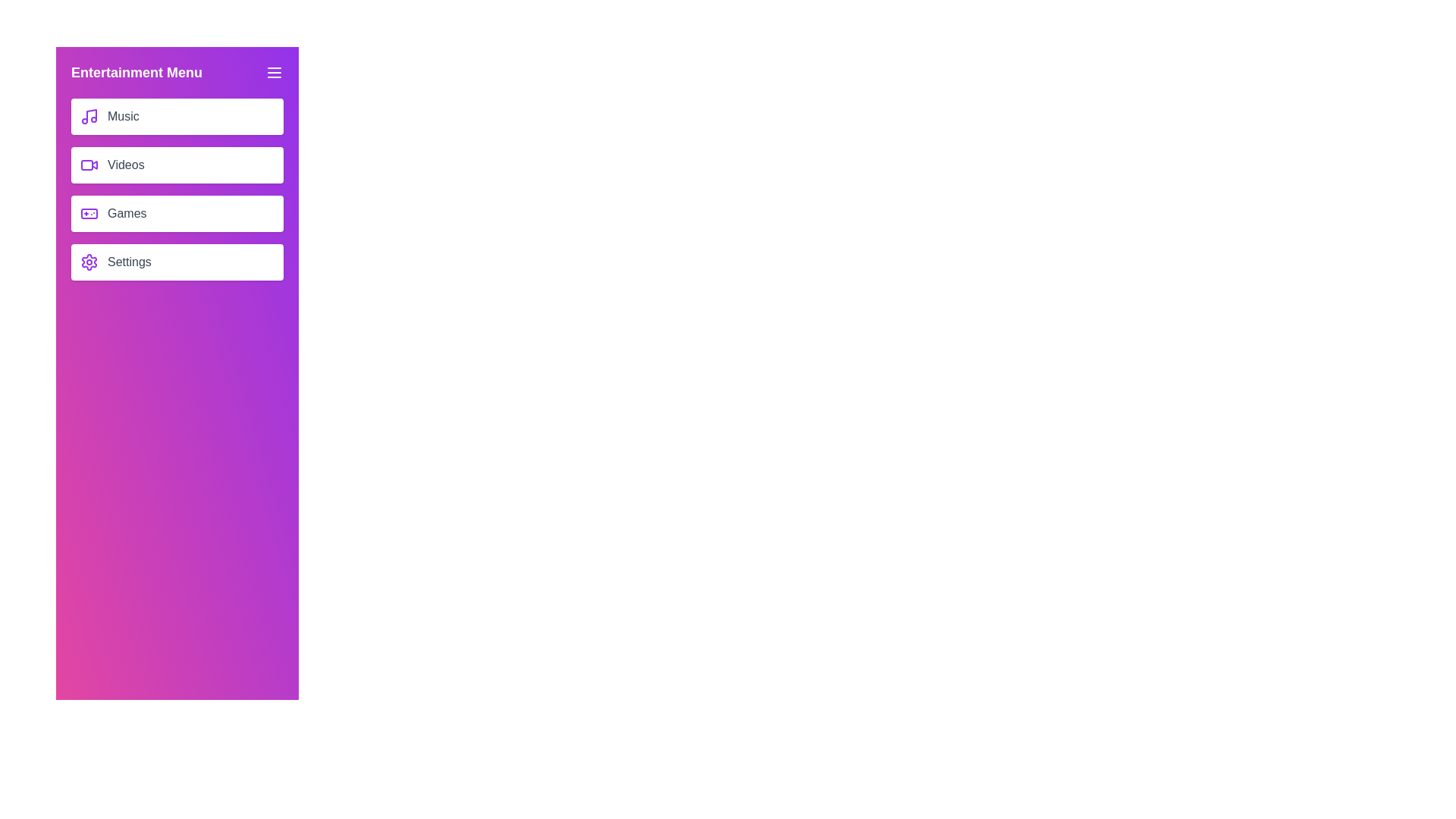 The image size is (1456, 819). What do you see at coordinates (177, 262) in the screenshot?
I see `the 'Settings' button to select it` at bounding box center [177, 262].